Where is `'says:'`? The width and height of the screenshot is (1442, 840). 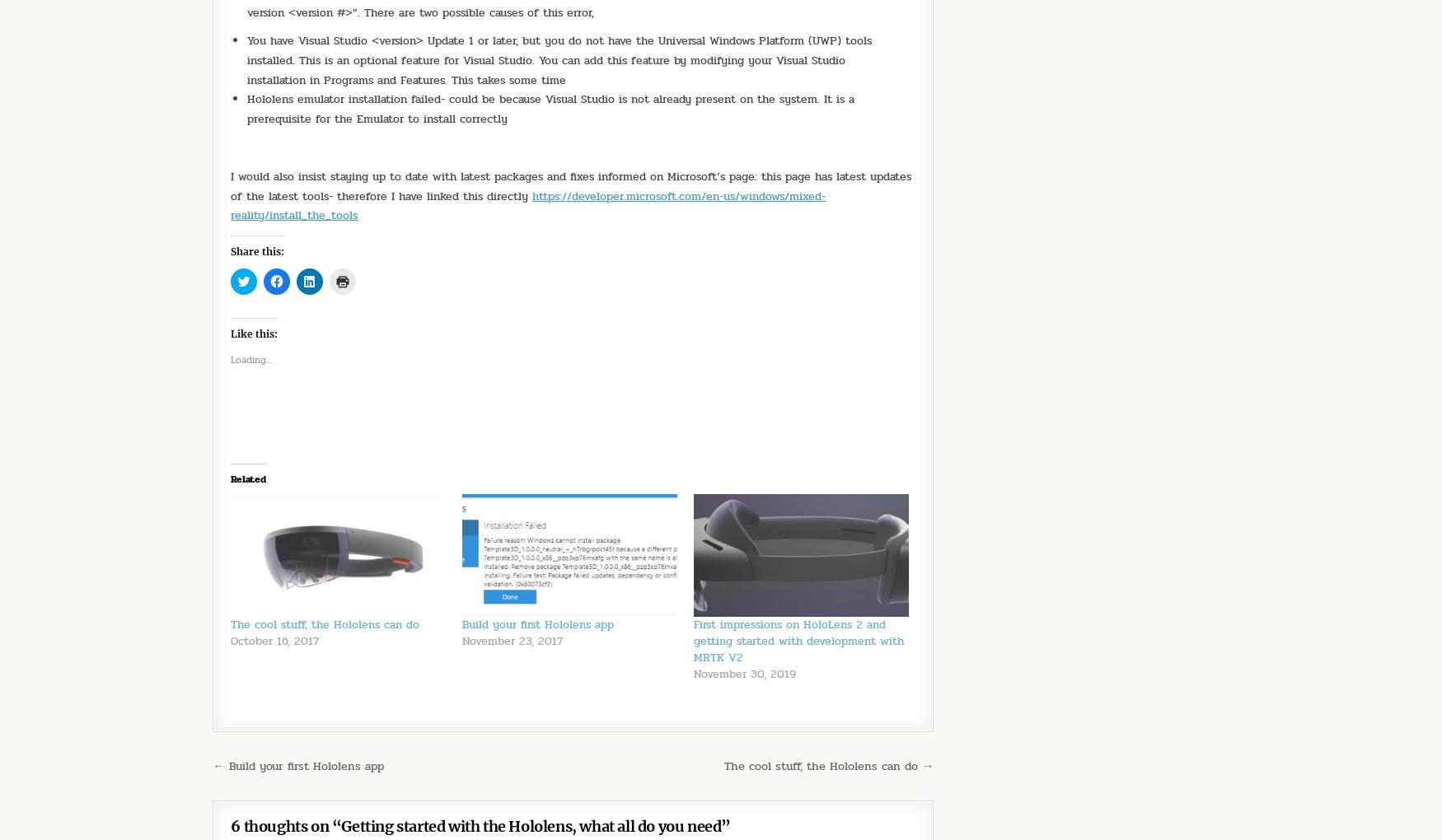 'says:' is located at coordinates (362, 817).